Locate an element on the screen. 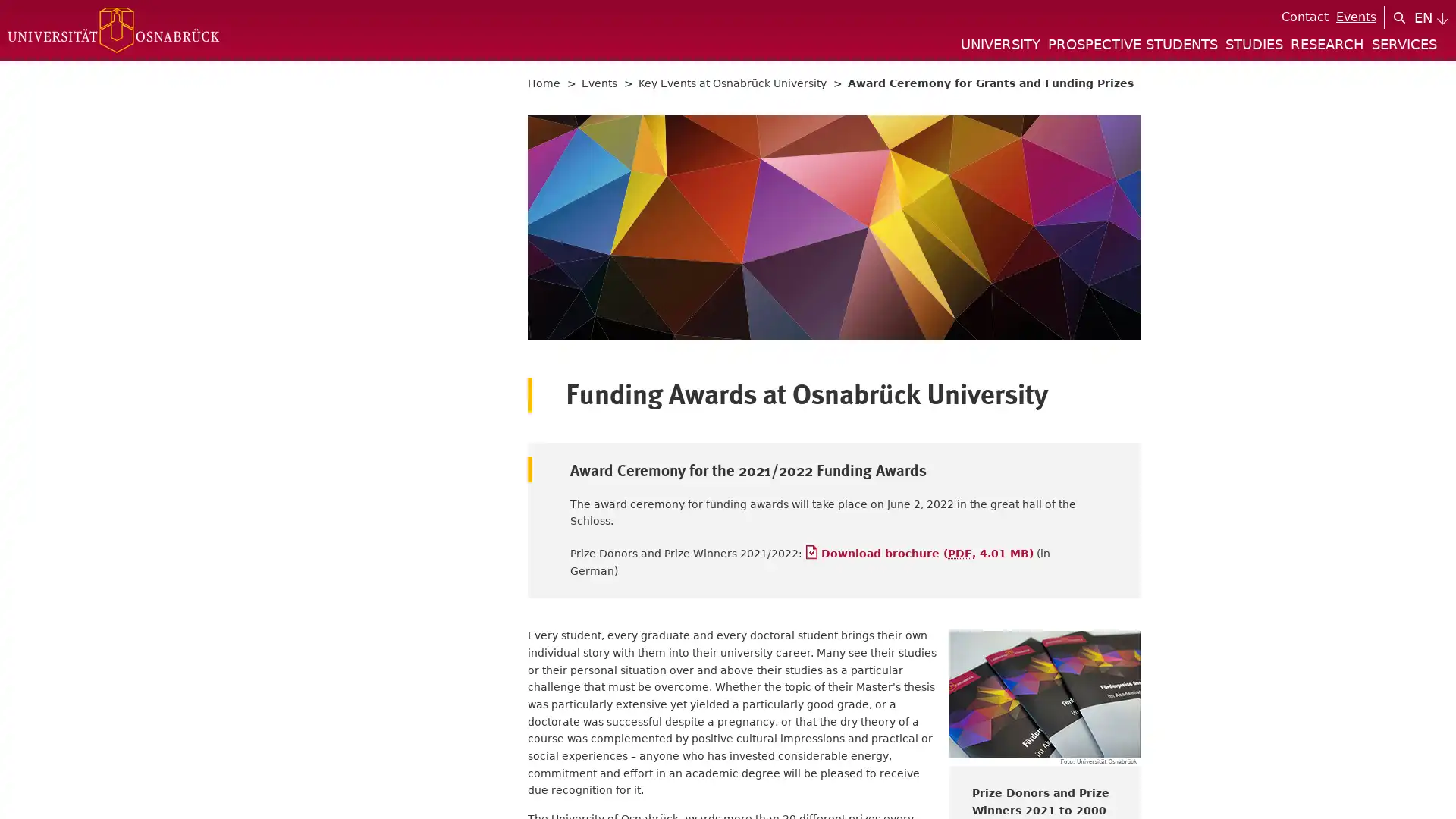 The height and width of the screenshot is (819, 1456). search icon is located at coordinates (1398, 17).